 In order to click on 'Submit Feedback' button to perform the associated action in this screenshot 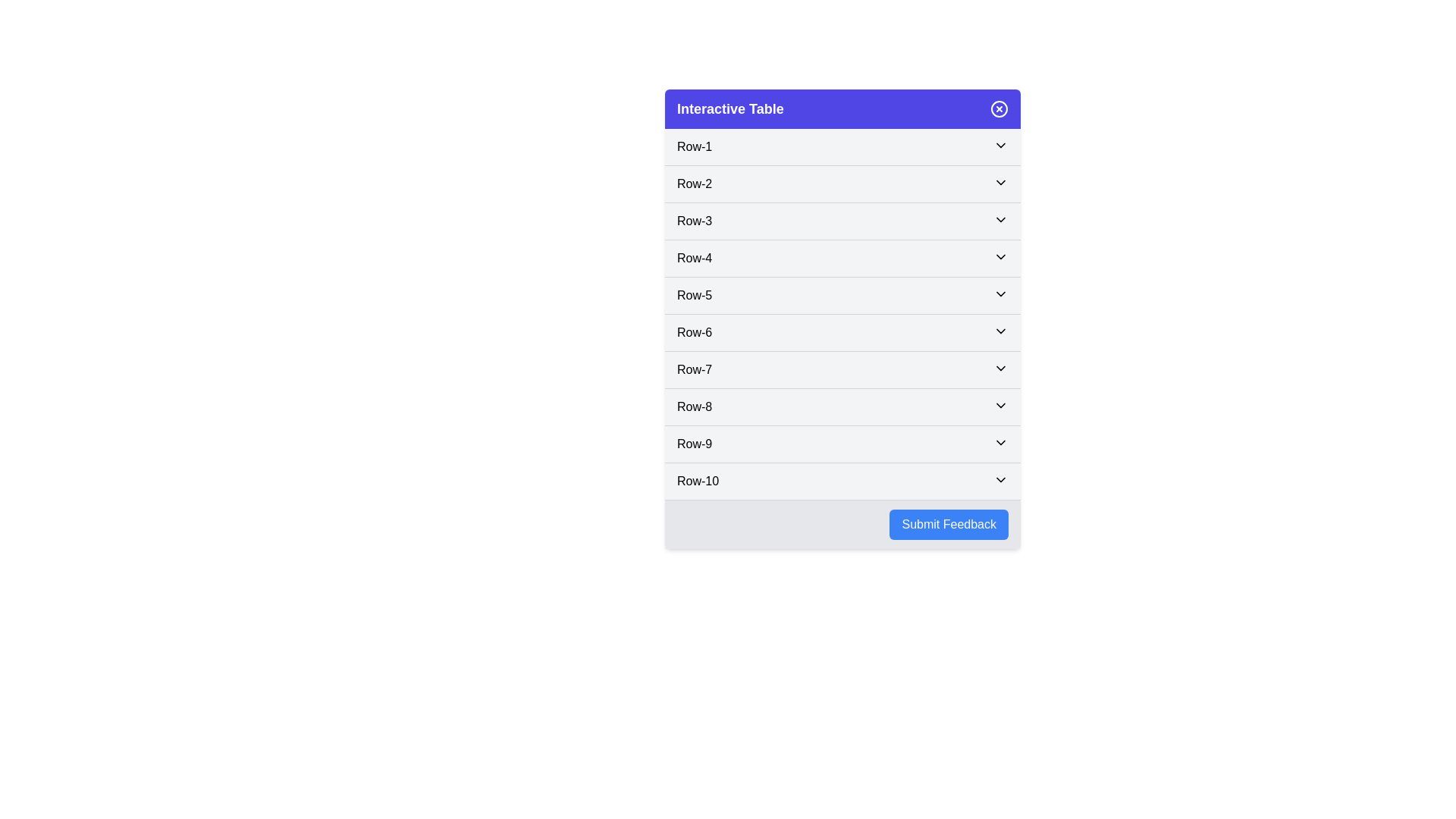, I will do `click(948, 523)`.